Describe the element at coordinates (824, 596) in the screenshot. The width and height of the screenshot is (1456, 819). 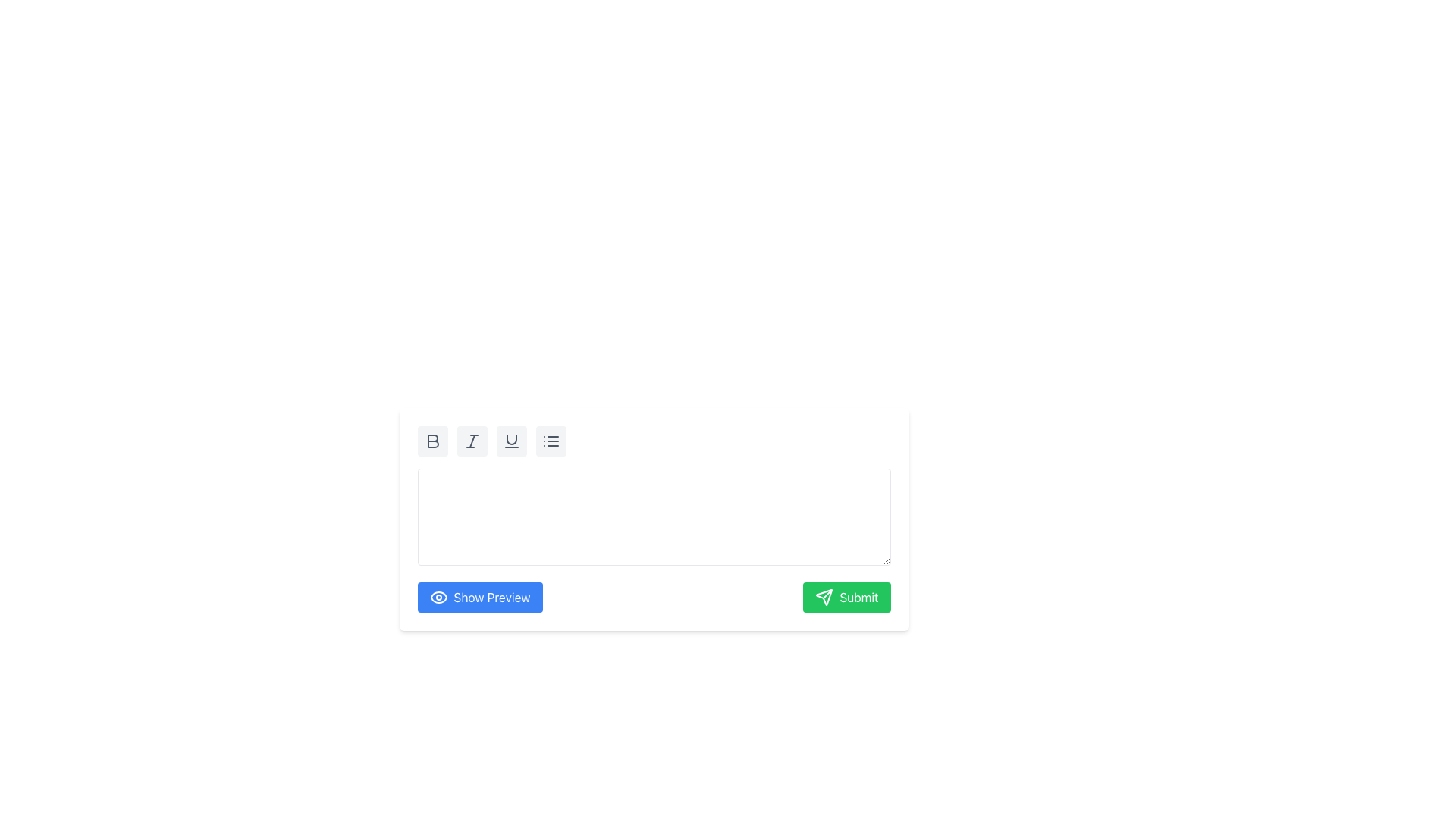
I see `the decorative icon on the left side of the 'Submit' button located at the bottom-right of the form` at that location.